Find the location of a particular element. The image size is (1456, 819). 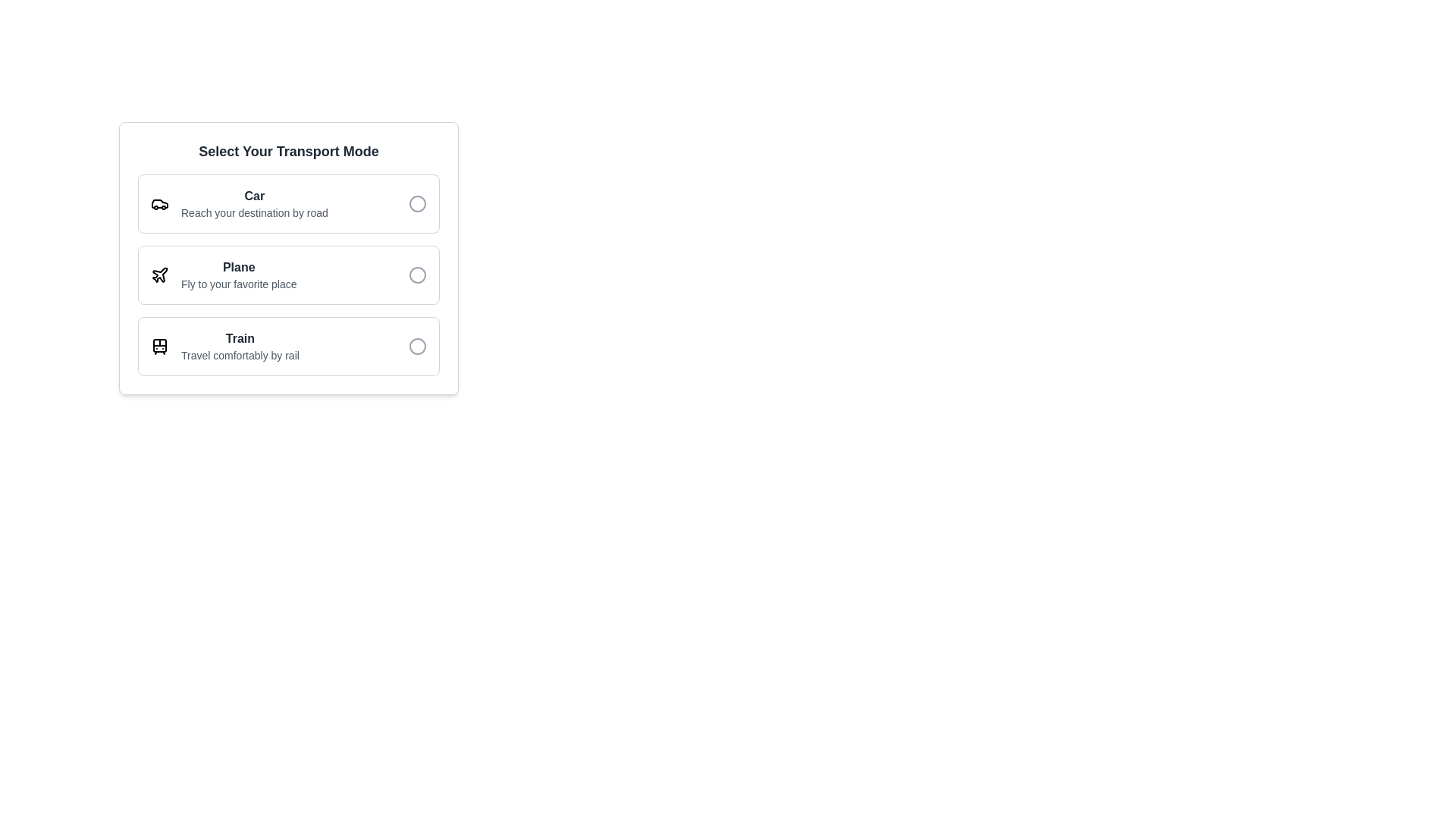

the radio button indicating the 'Car' option is located at coordinates (418, 203).